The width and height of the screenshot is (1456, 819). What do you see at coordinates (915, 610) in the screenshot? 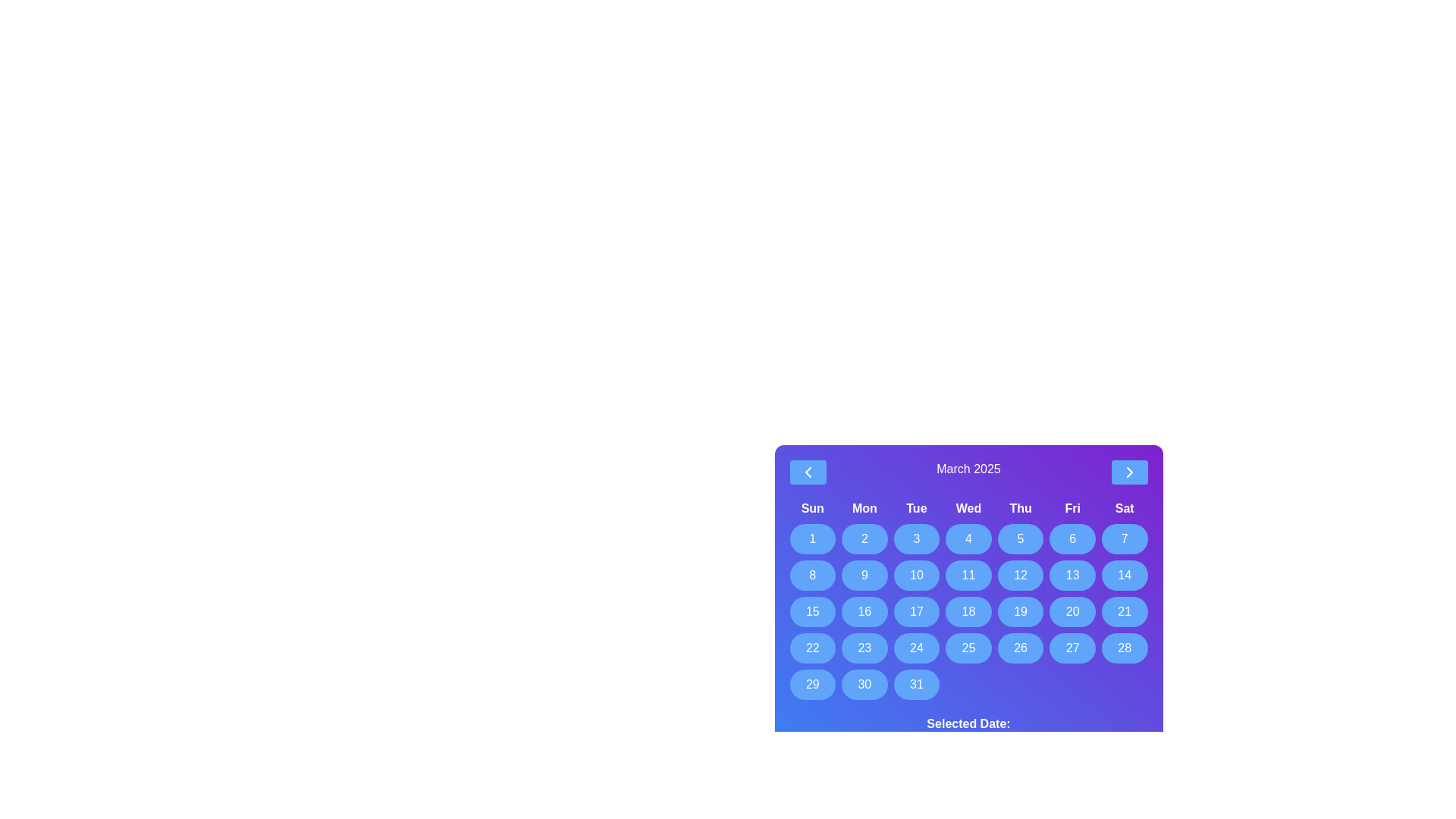
I see `the button representing the 17th day in the calendar view` at bounding box center [915, 610].